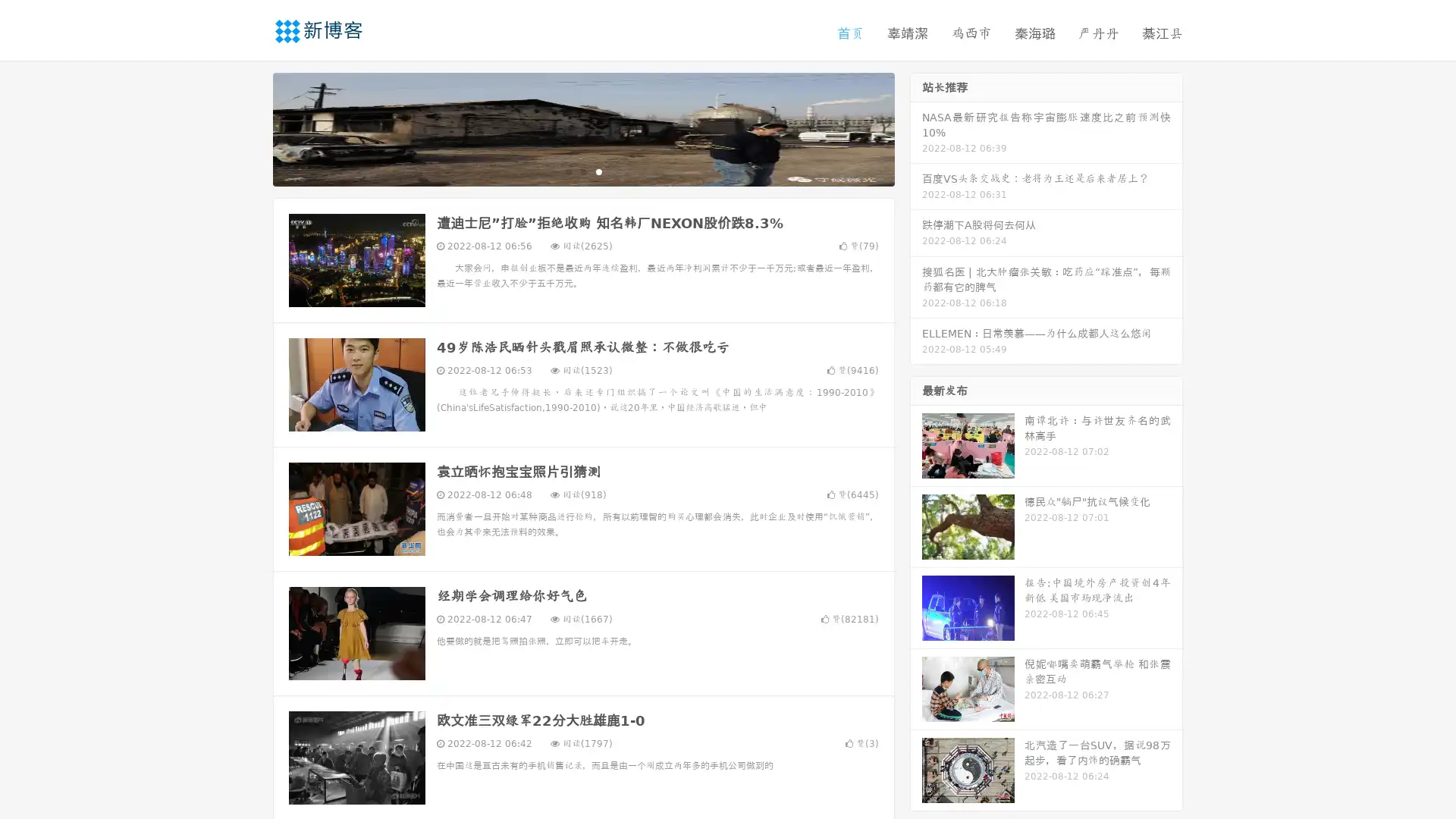  Describe the element at coordinates (567, 171) in the screenshot. I see `Go to slide 1` at that location.